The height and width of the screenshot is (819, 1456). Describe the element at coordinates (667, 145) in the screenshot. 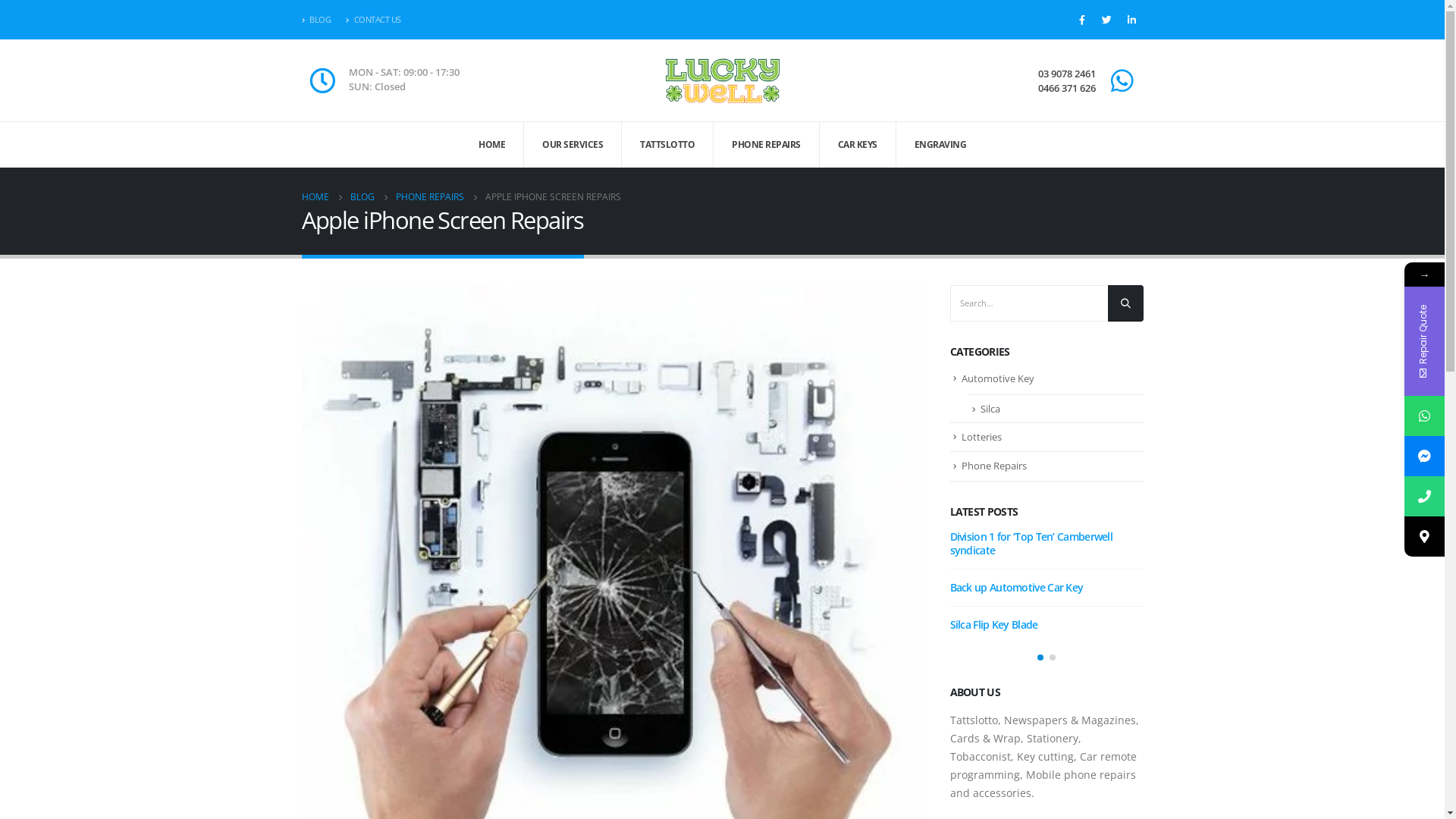

I see `'TATTSLOTTO'` at that location.